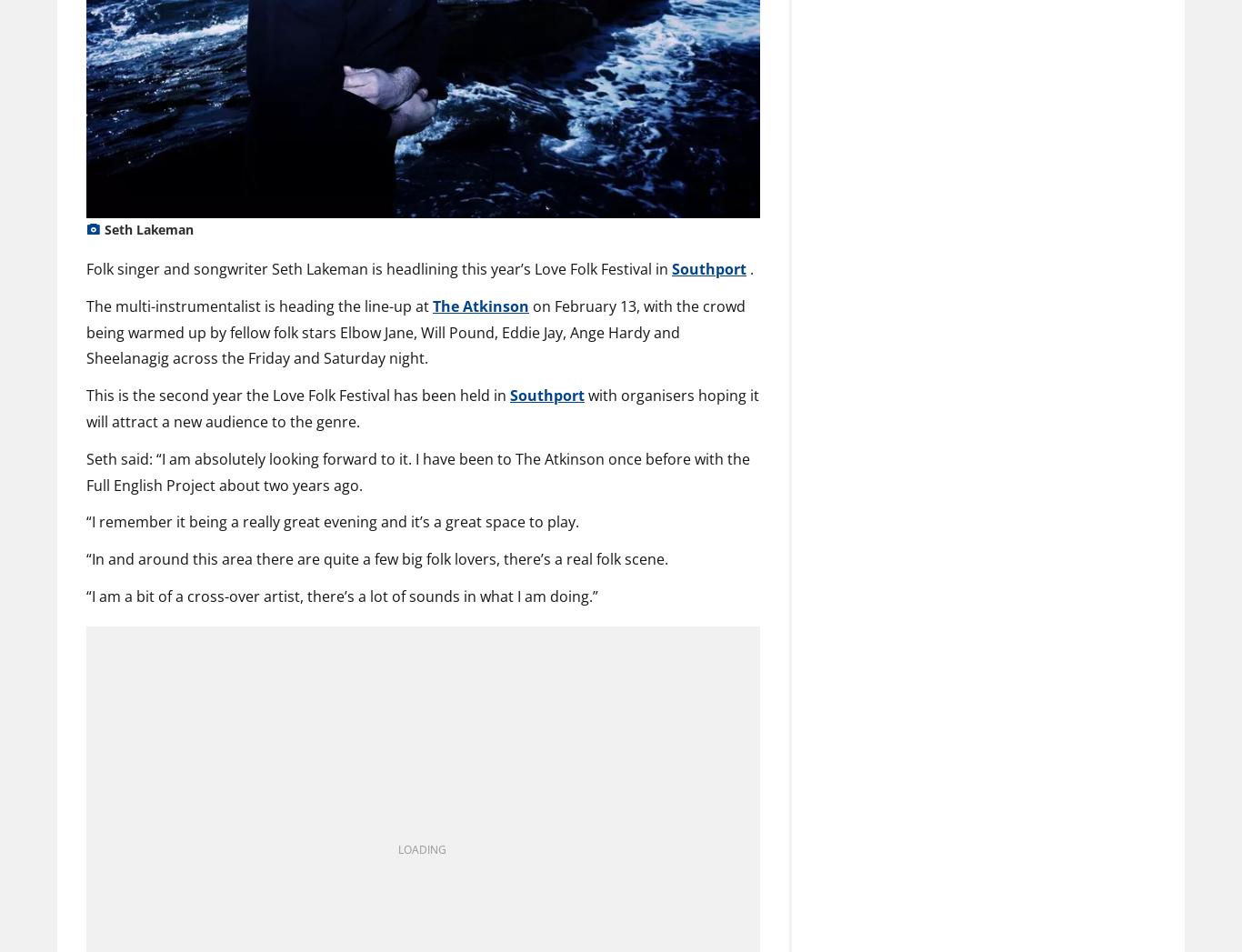  Describe the element at coordinates (331, 520) in the screenshot. I see `'“I remember it being a really great evening and it’s a great space to play.'` at that location.